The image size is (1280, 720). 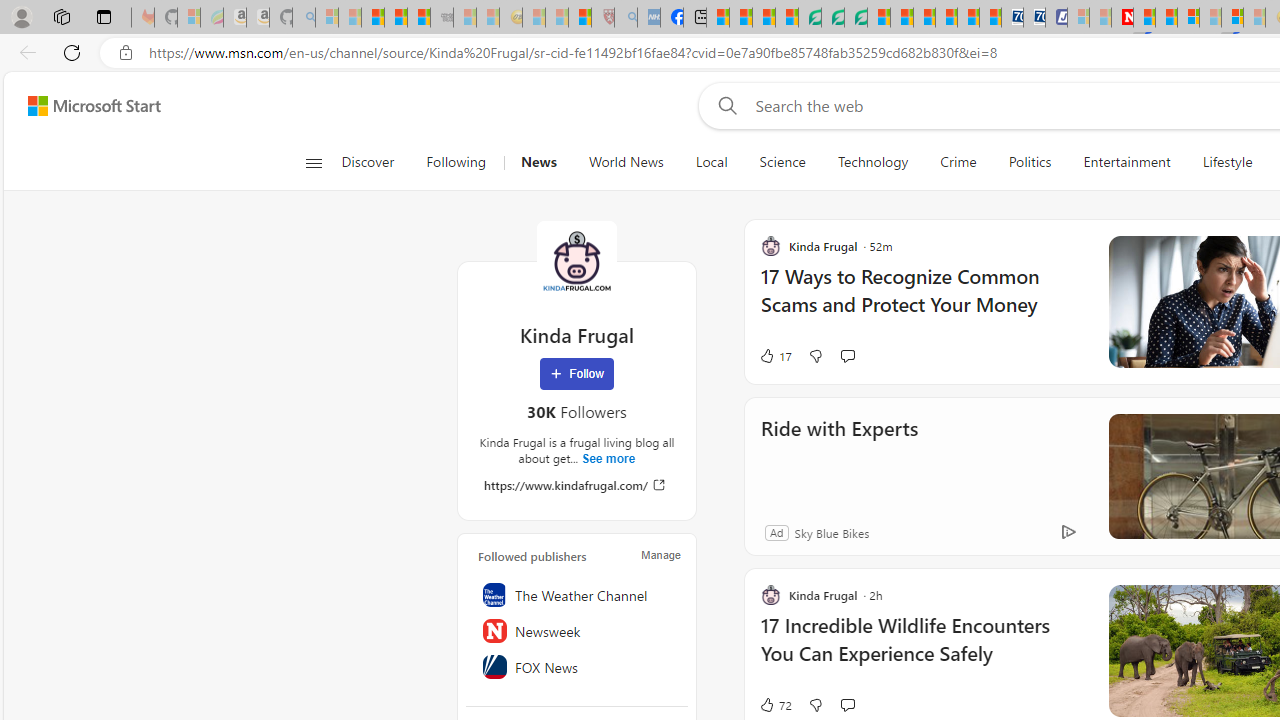 What do you see at coordinates (576, 594) in the screenshot?
I see `'The Weather Channel'` at bounding box center [576, 594].